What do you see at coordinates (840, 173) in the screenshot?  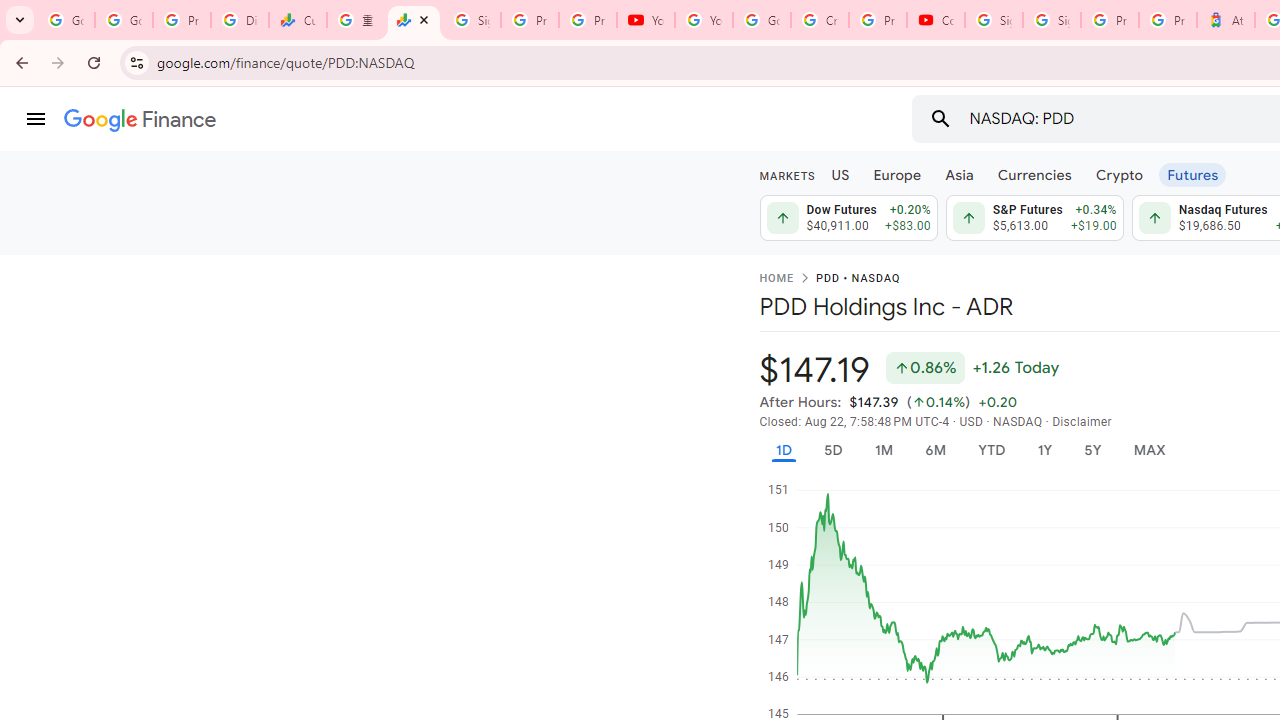 I see `'US'` at bounding box center [840, 173].